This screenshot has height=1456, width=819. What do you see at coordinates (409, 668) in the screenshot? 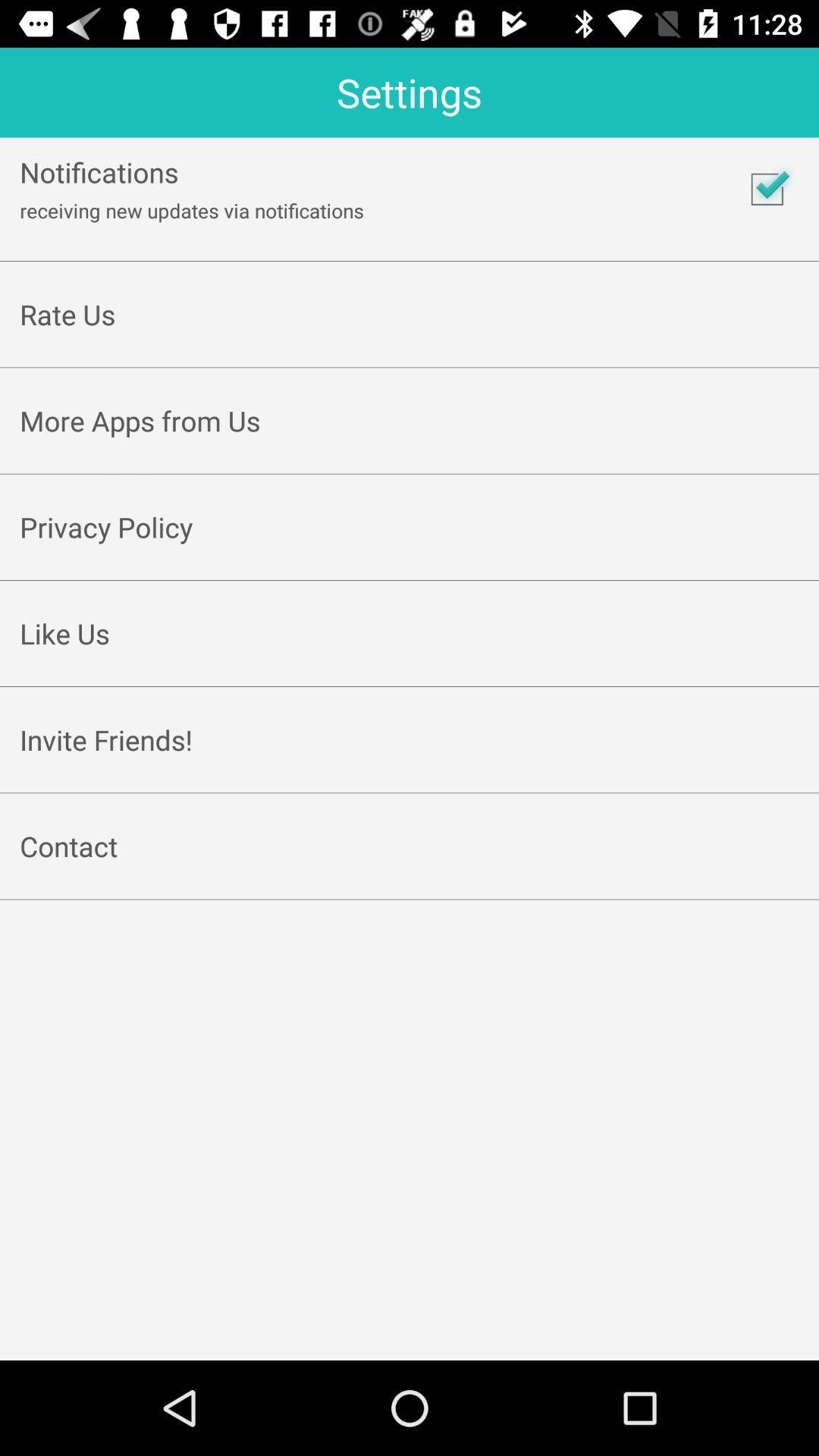
I see `item below the like us icon` at bounding box center [409, 668].